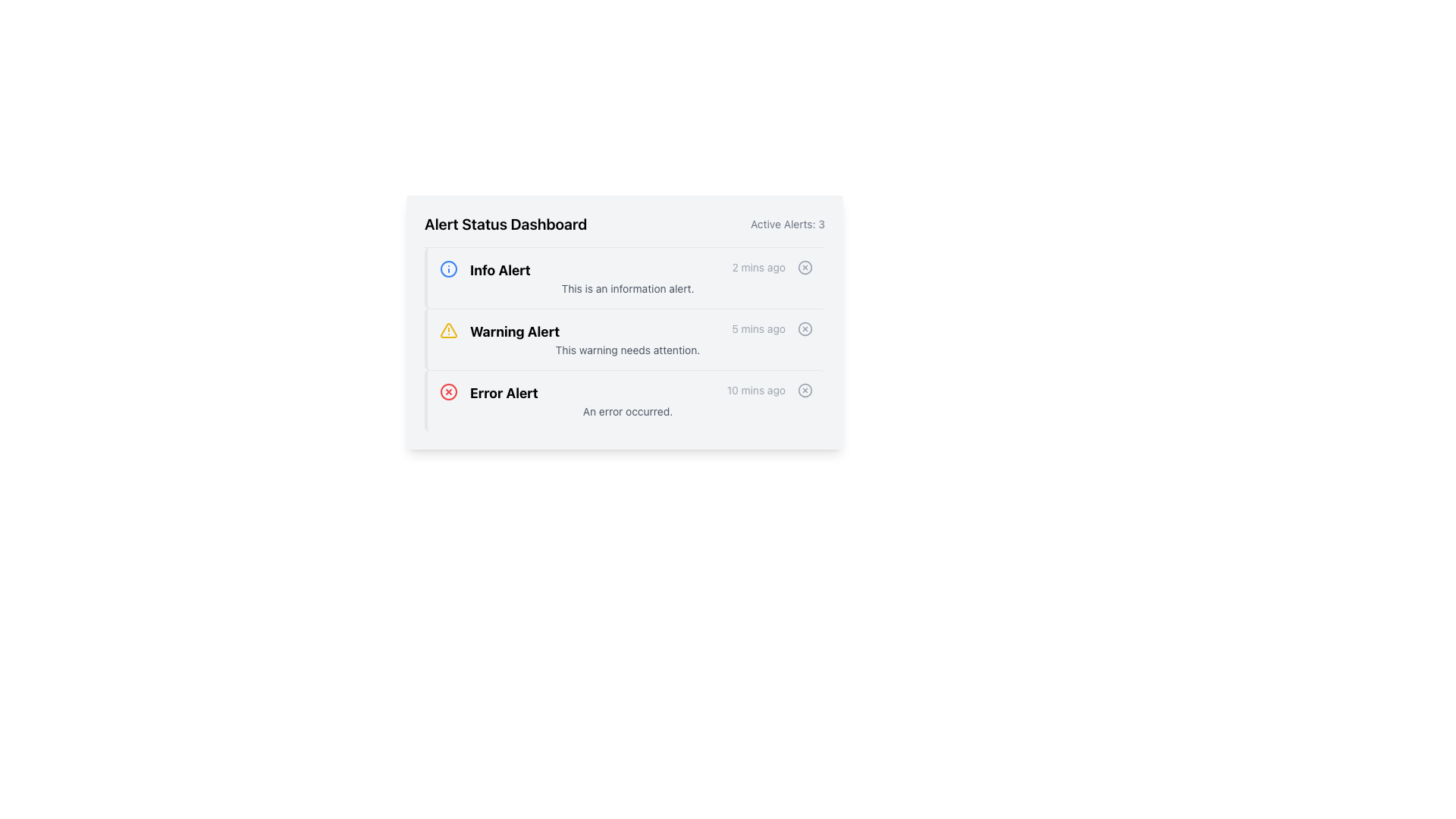 The width and height of the screenshot is (1456, 819). I want to click on the triangular warning icon with a yellow outline and exclamation mark, located in the second list item of the alert list next to 'Warning Alert' and '5 mins ago', so click(447, 329).